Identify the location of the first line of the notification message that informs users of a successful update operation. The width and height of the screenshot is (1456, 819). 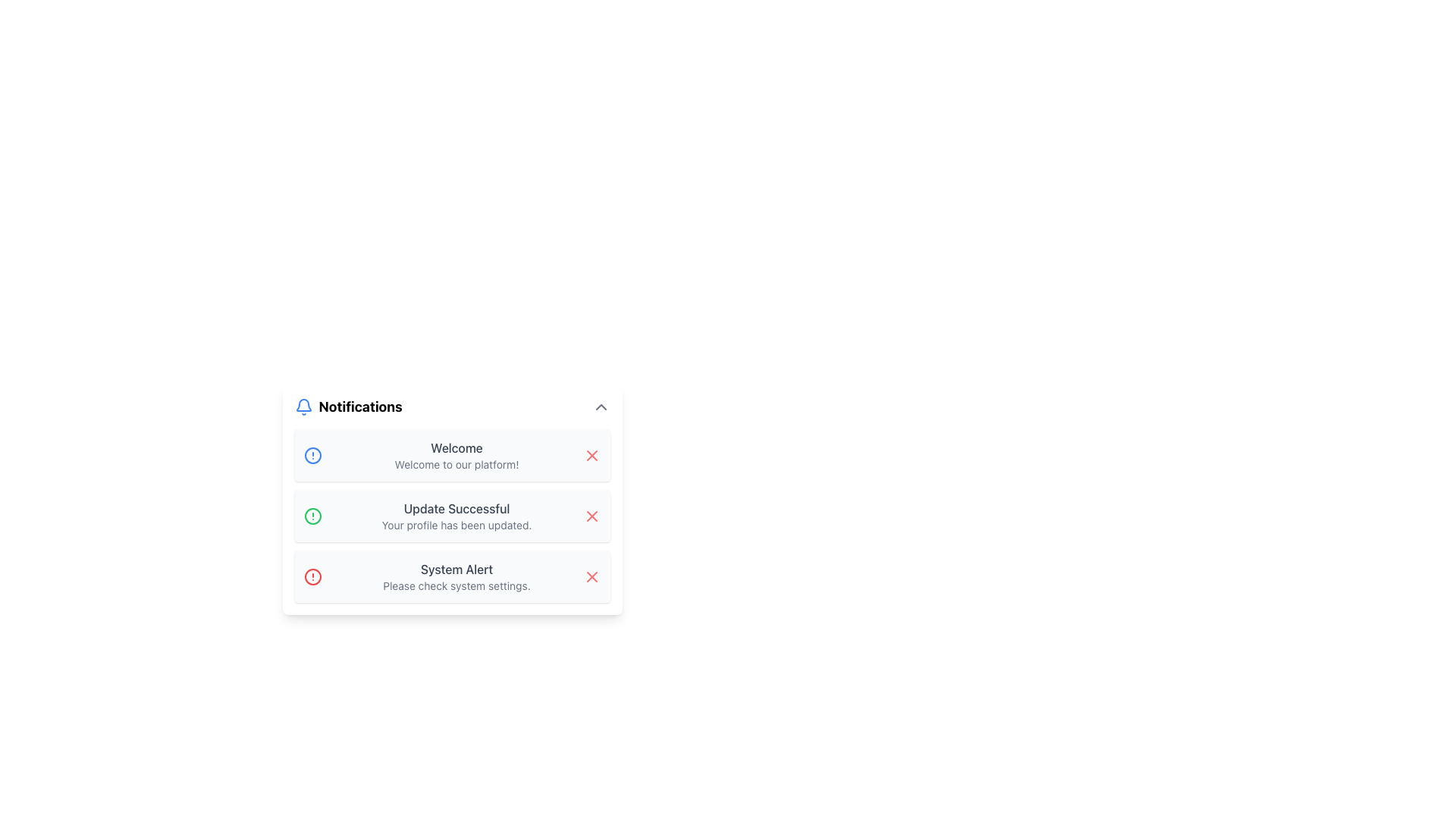
(456, 509).